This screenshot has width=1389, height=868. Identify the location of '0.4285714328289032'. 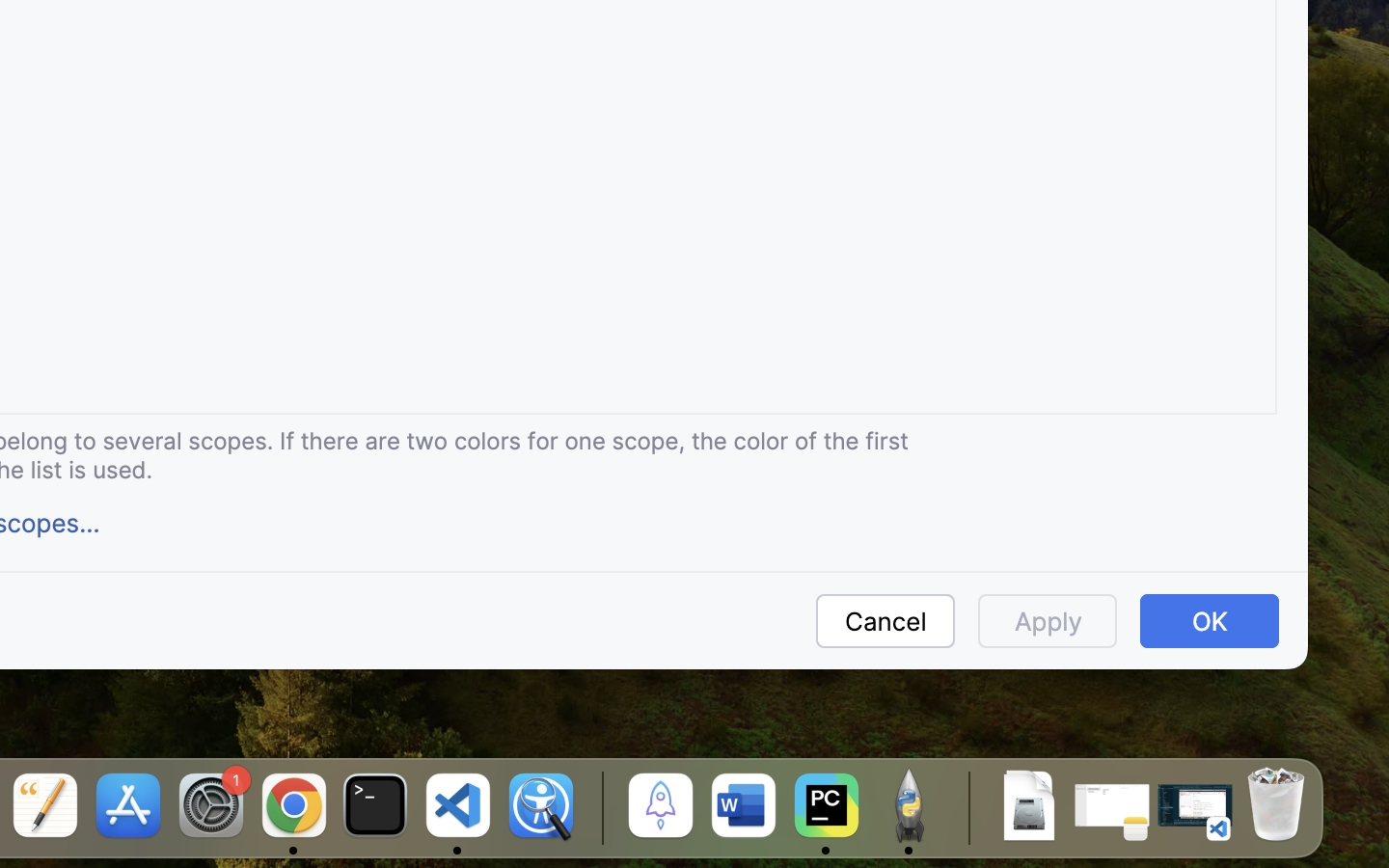
(598, 807).